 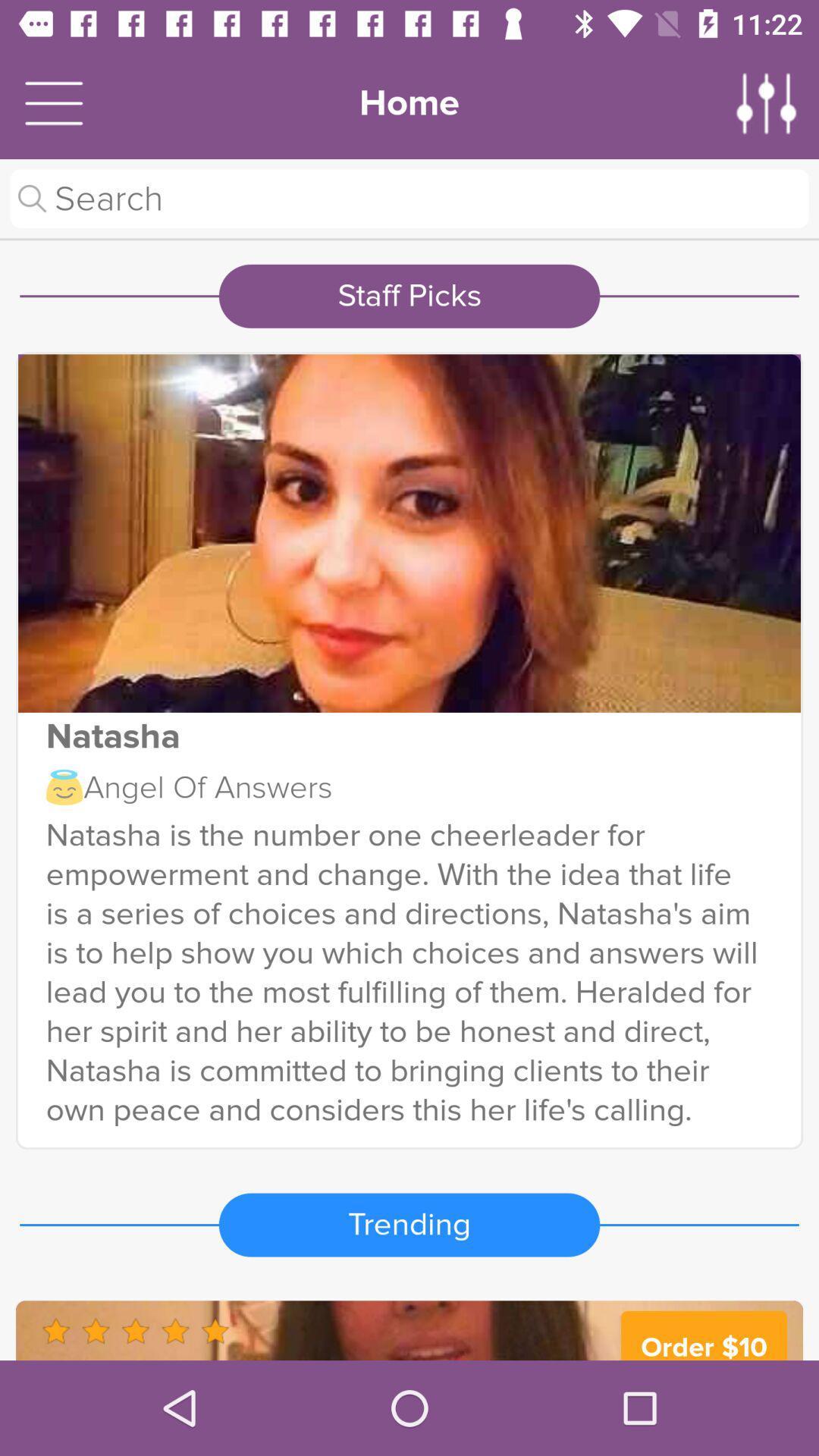 I want to click on show the full image, so click(x=409, y=533).